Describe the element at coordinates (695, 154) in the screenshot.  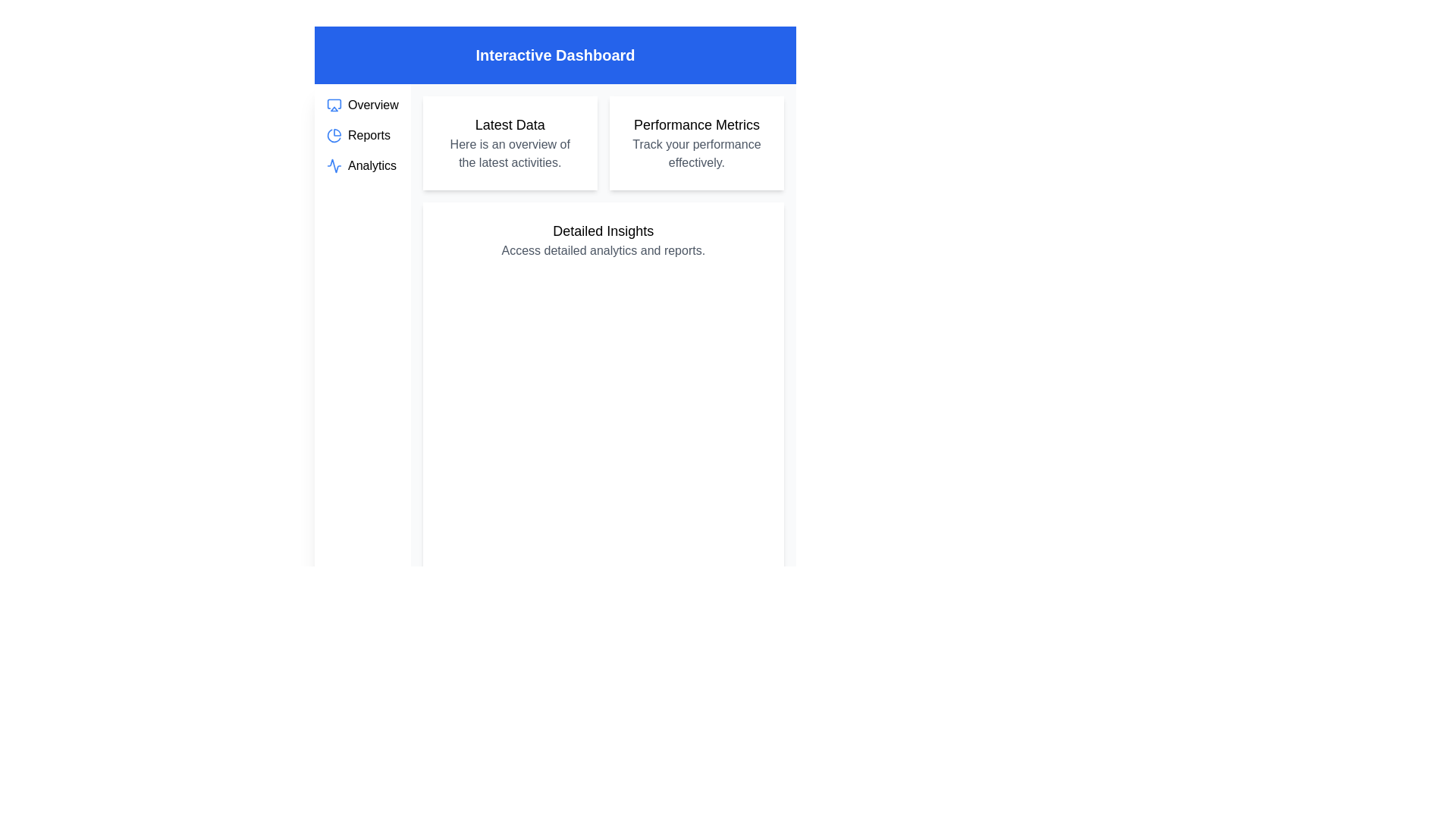
I see `the text element reading 'Track your performance effectively.' which is styled in gray and located beneath the 'Performance Metrics' heading` at that location.